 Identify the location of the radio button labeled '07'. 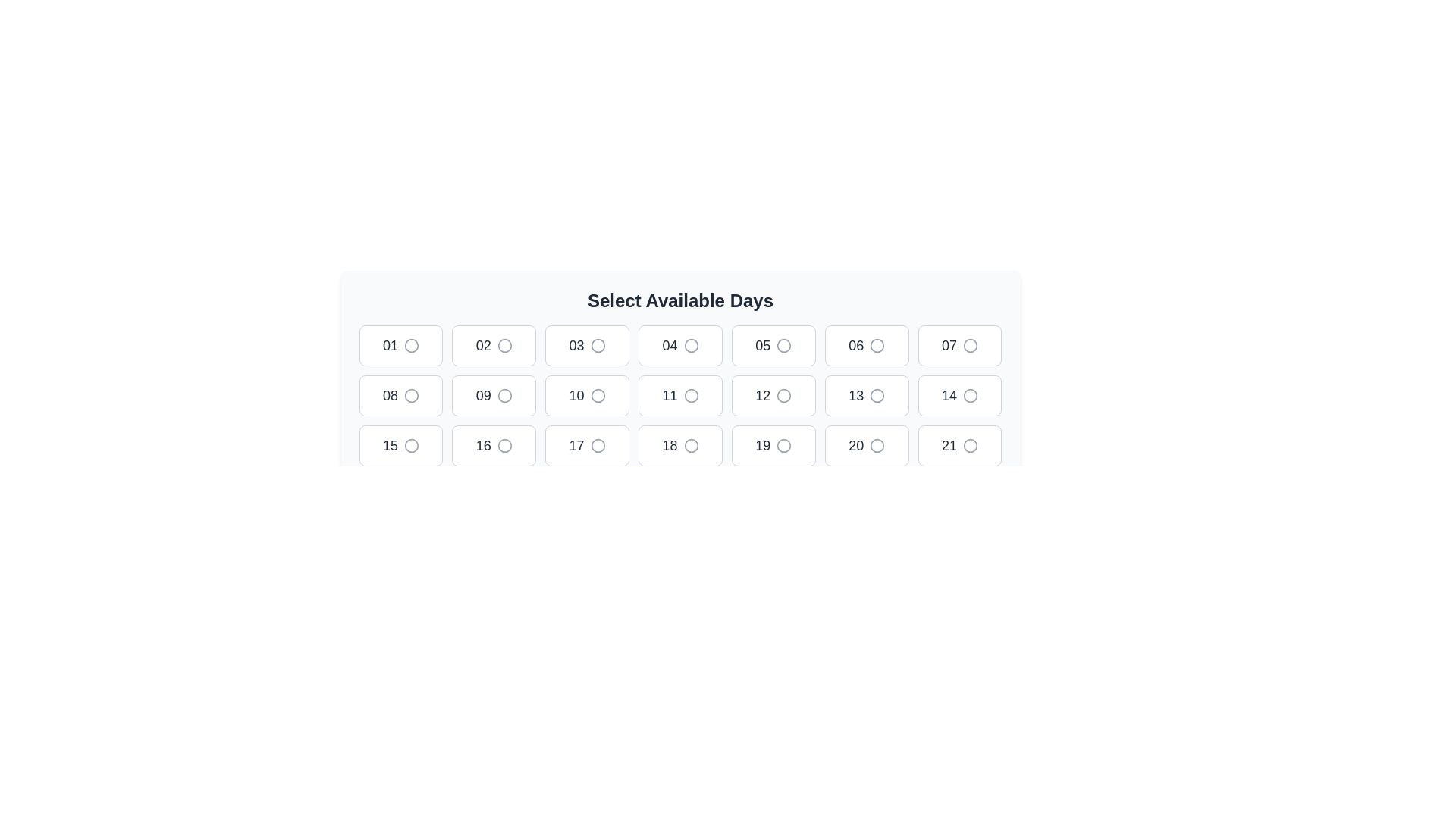
(959, 345).